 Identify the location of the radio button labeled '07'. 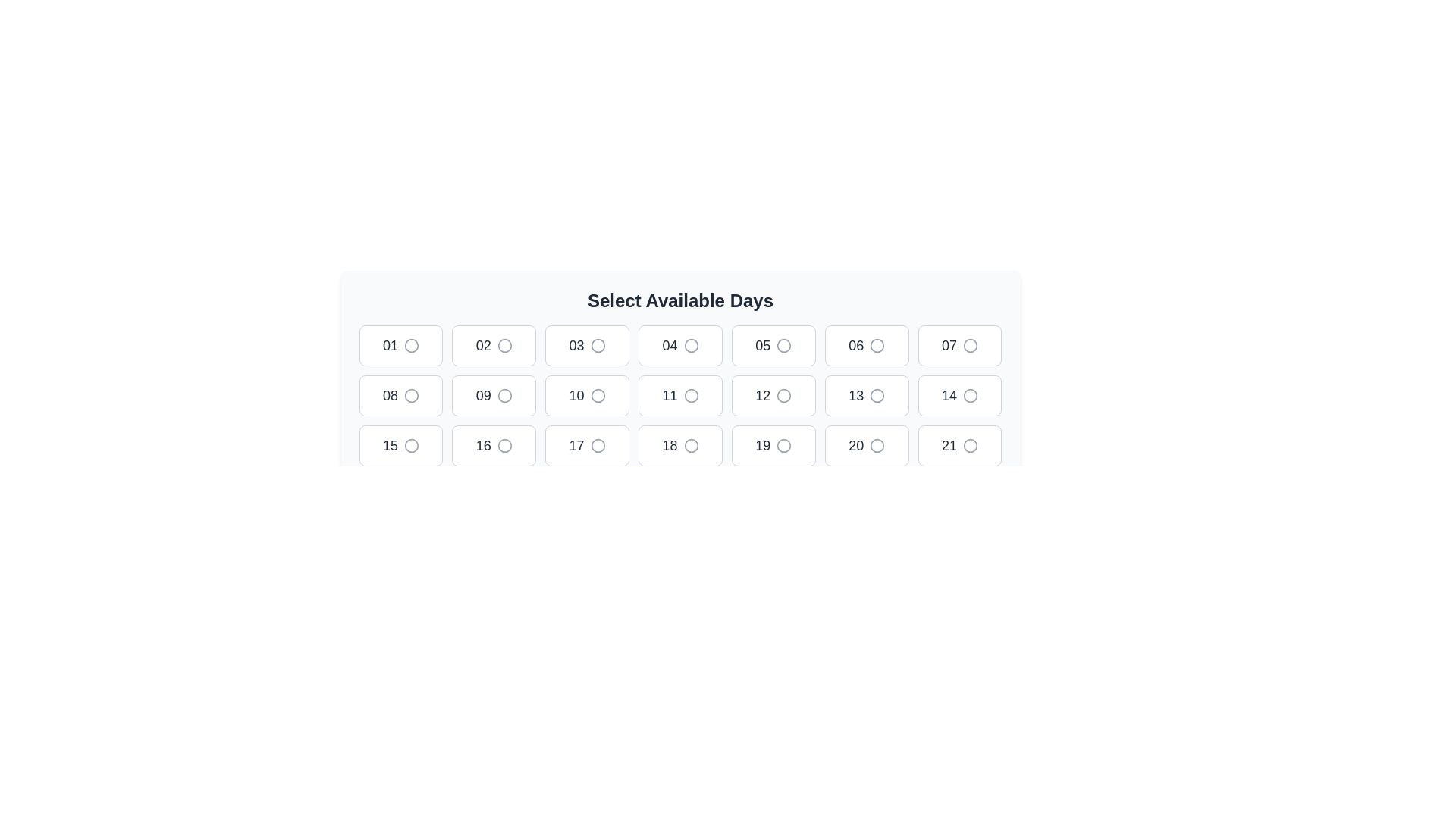
(959, 345).